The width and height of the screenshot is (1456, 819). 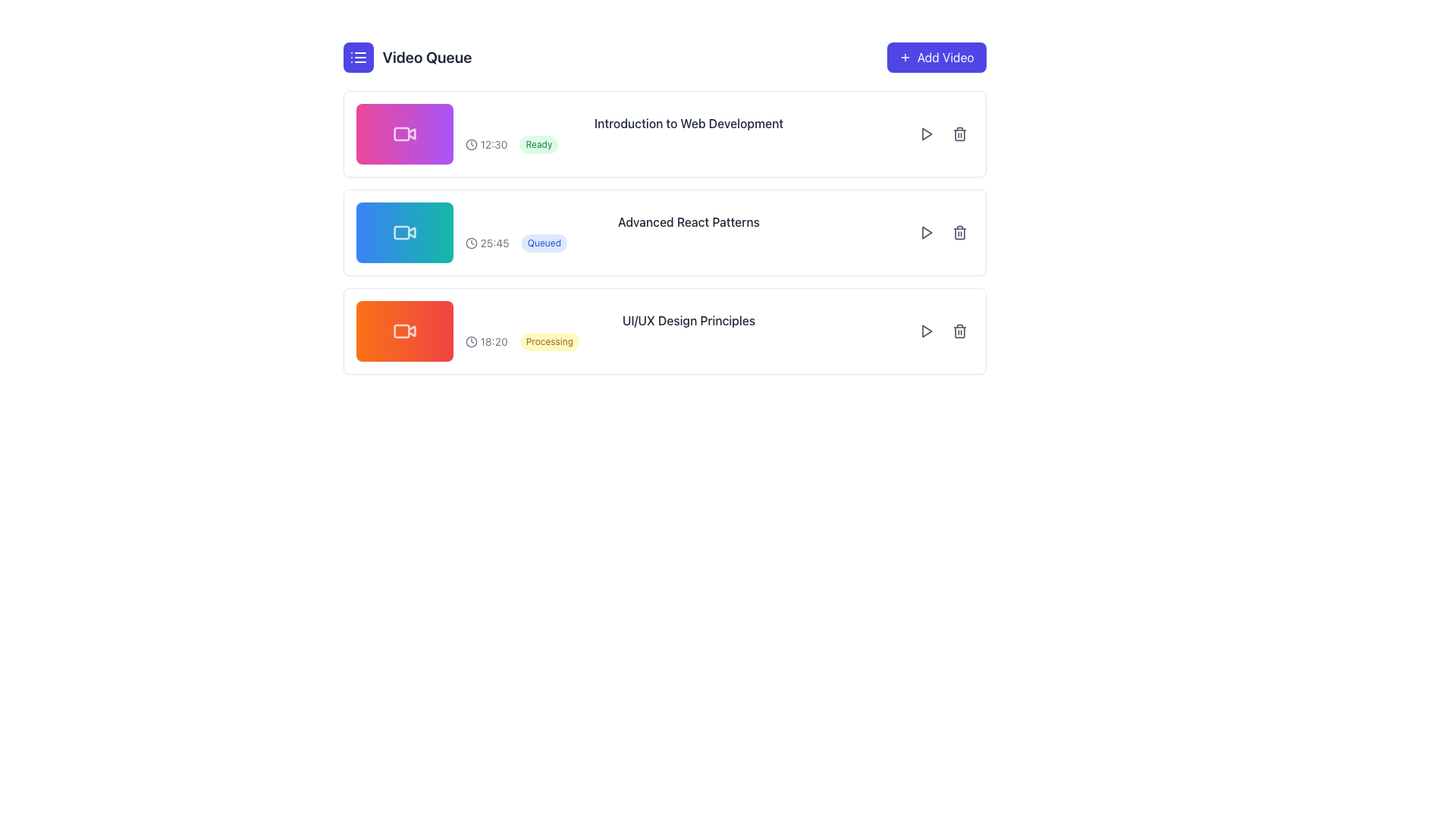 What do you see at coordinates (470, 145) in the screenshot?
I see `the outer circle of the clock icon next to the time duration '12:30' in the first video entry titled 'Introduction to Web Development'` at bounding box center [470, 145].